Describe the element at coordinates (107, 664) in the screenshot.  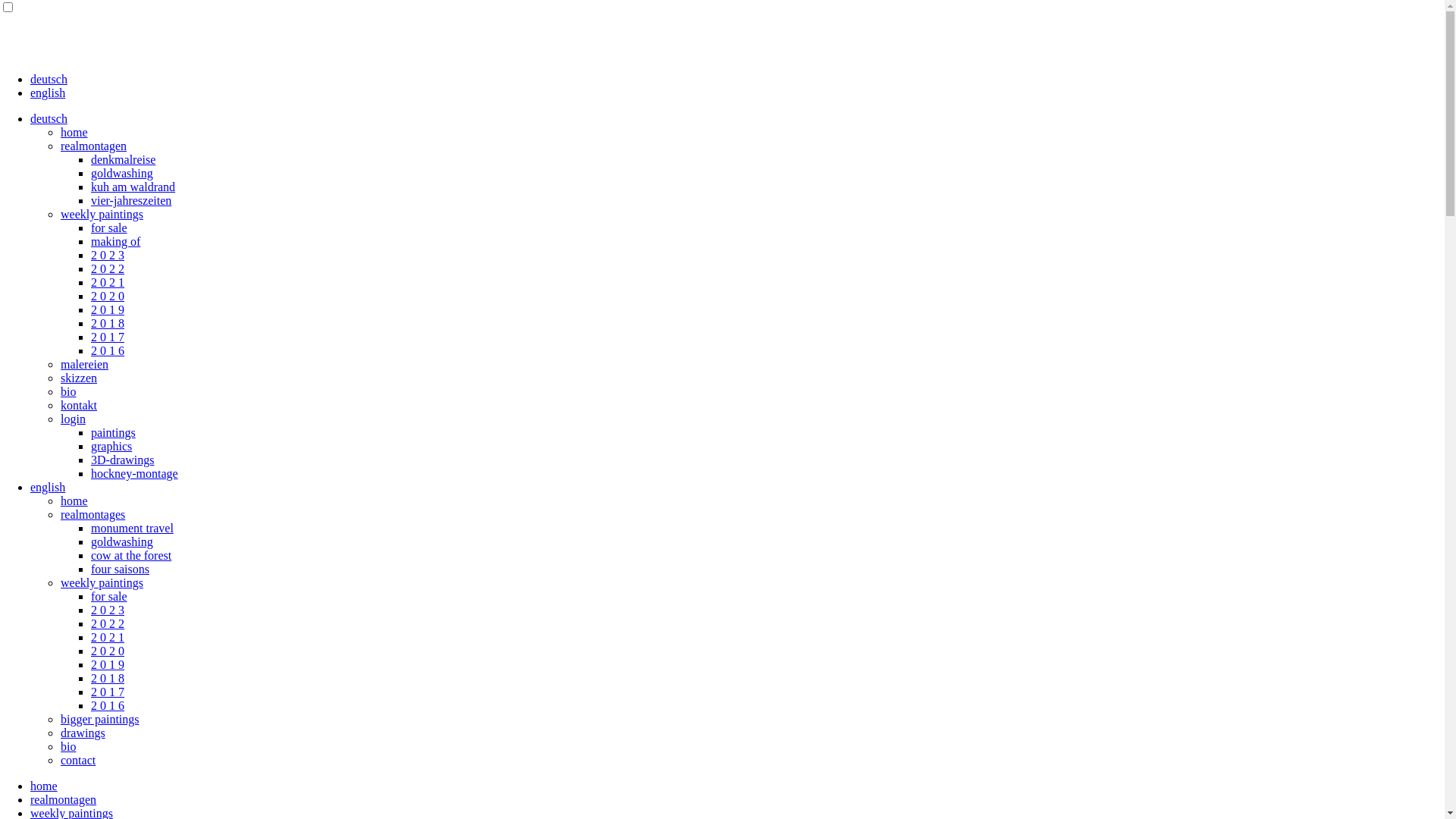
I see `'2 0 1 9'` at that location.